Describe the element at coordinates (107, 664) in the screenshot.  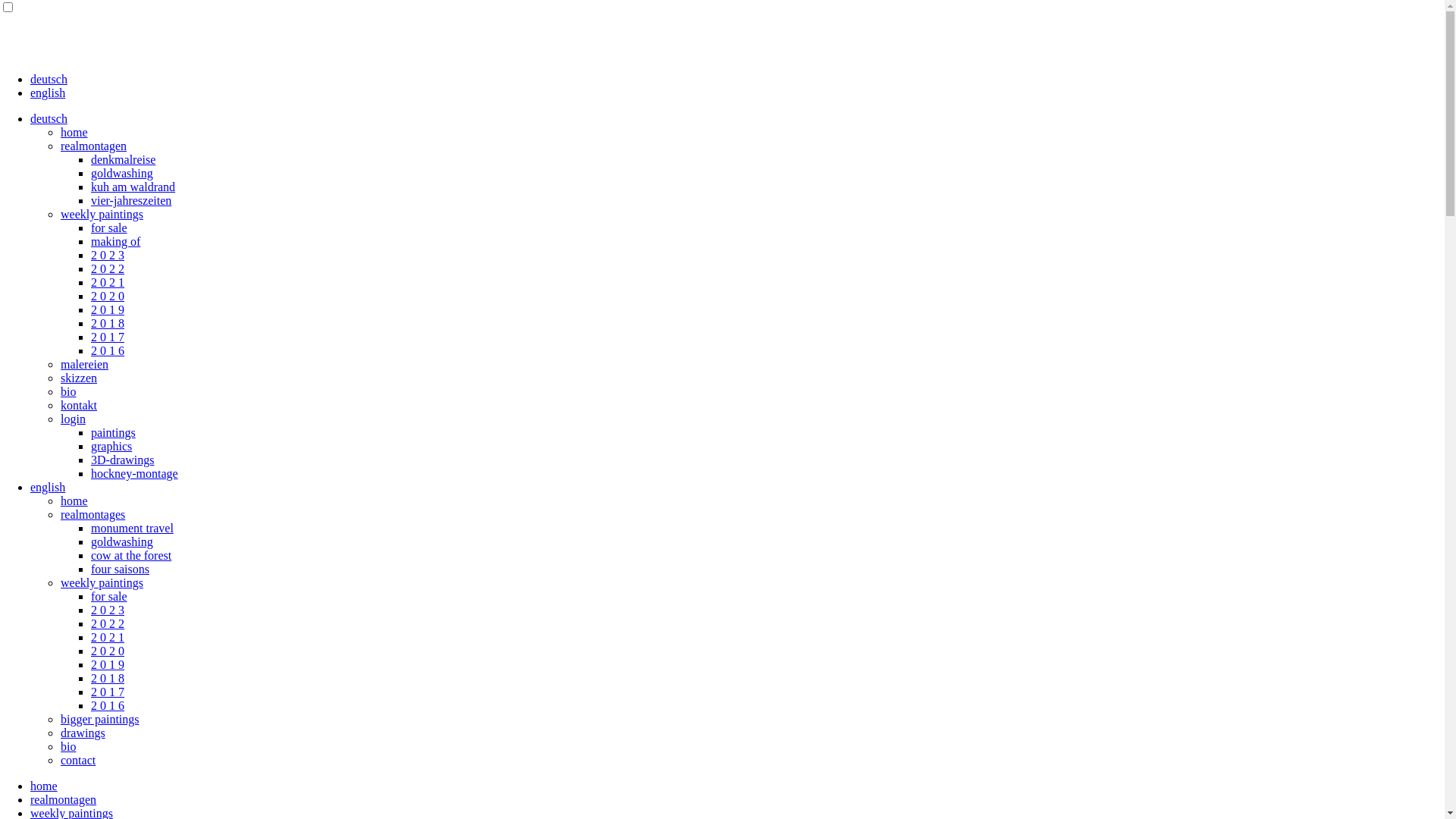
I see `'2 0 1 9'` at that location.